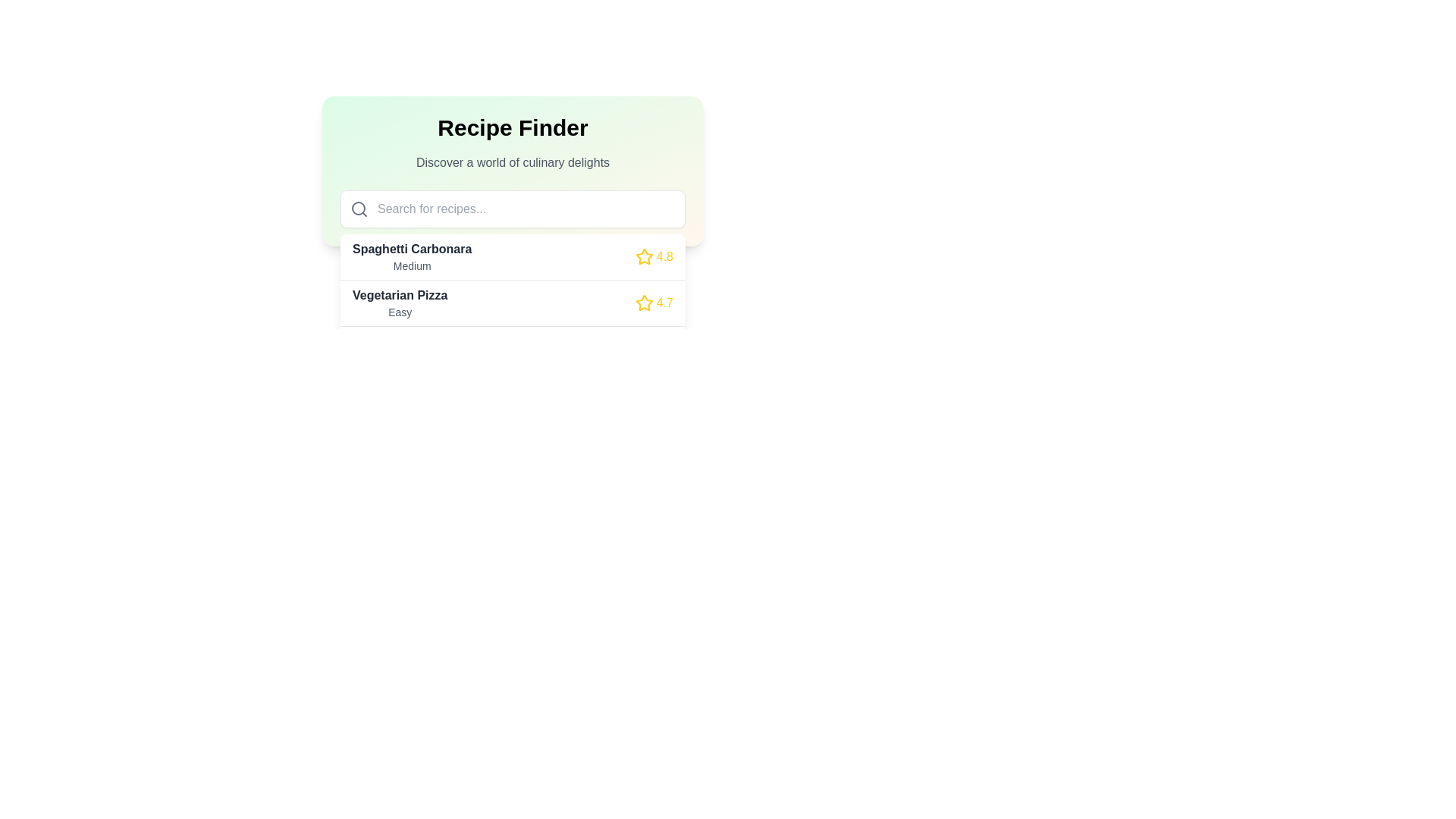  What do you see at coordinates (412, 265) in the screenshot?
I see `the Text Label displaying 'Medium' in light gray, which is located below the title 'Spaghetti Carbonara' in the first recipe entry` at bounding box center [412, 265].